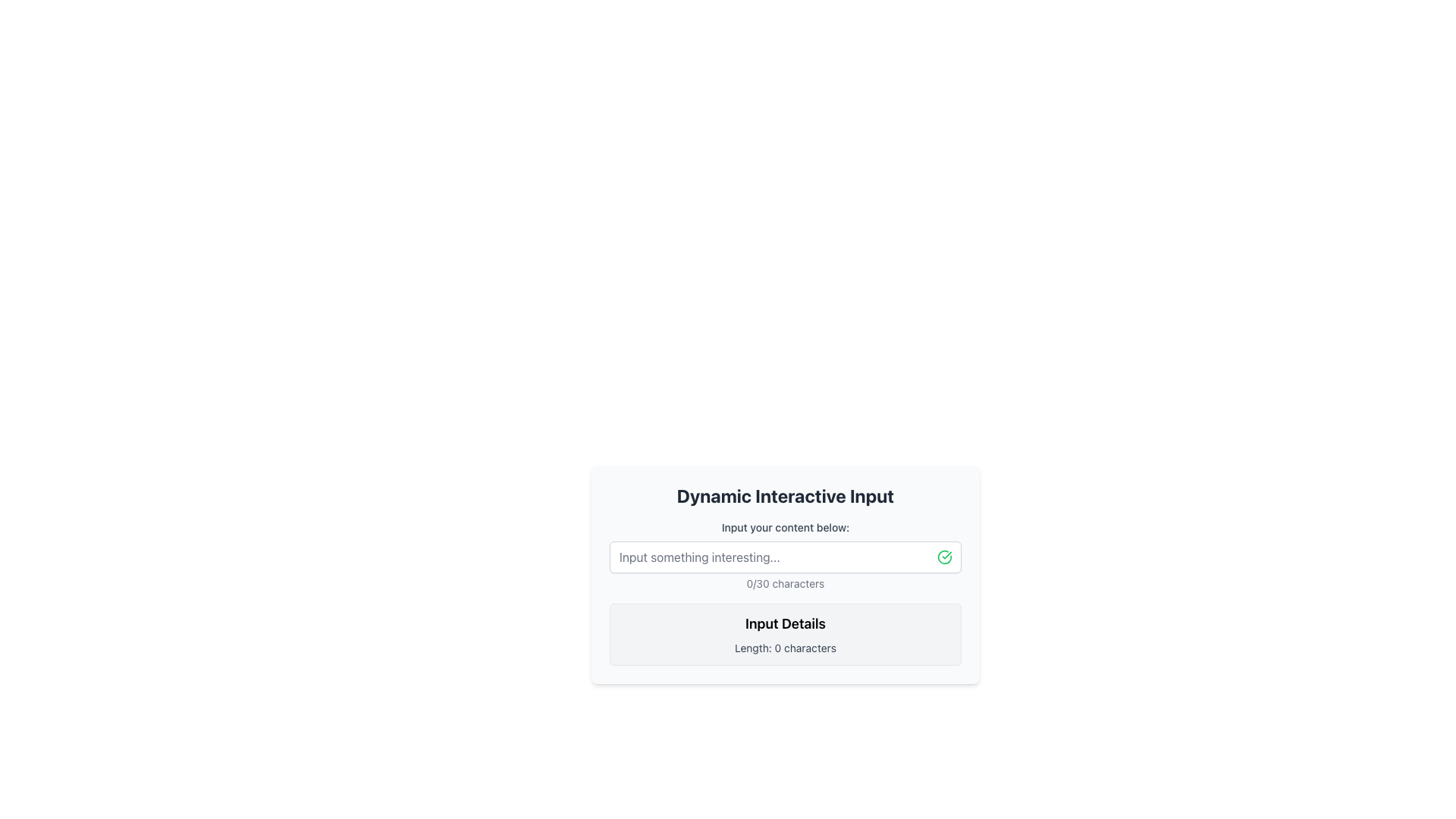 This screenshot has height=819, width=1456. What do you see at coordinates (786, 496) in the screenshot?
I see `the Text Label that serves as the header for the card component, which is centrally aligned and positioned at the topmost position within the card` at bounding box center [786, 496].